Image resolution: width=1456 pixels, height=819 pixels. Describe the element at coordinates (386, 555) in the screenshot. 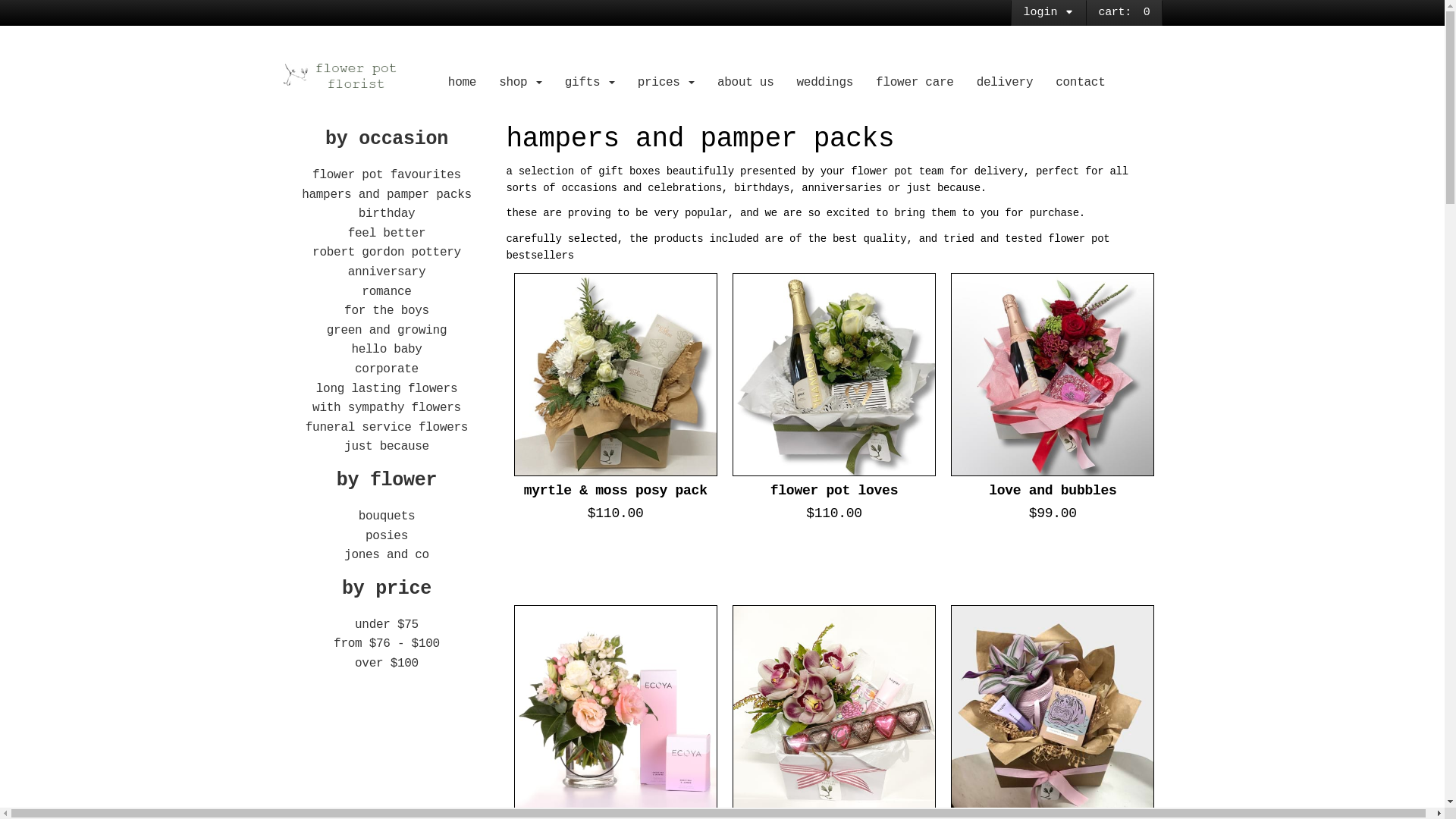

I see `'jones and co'` at that location.